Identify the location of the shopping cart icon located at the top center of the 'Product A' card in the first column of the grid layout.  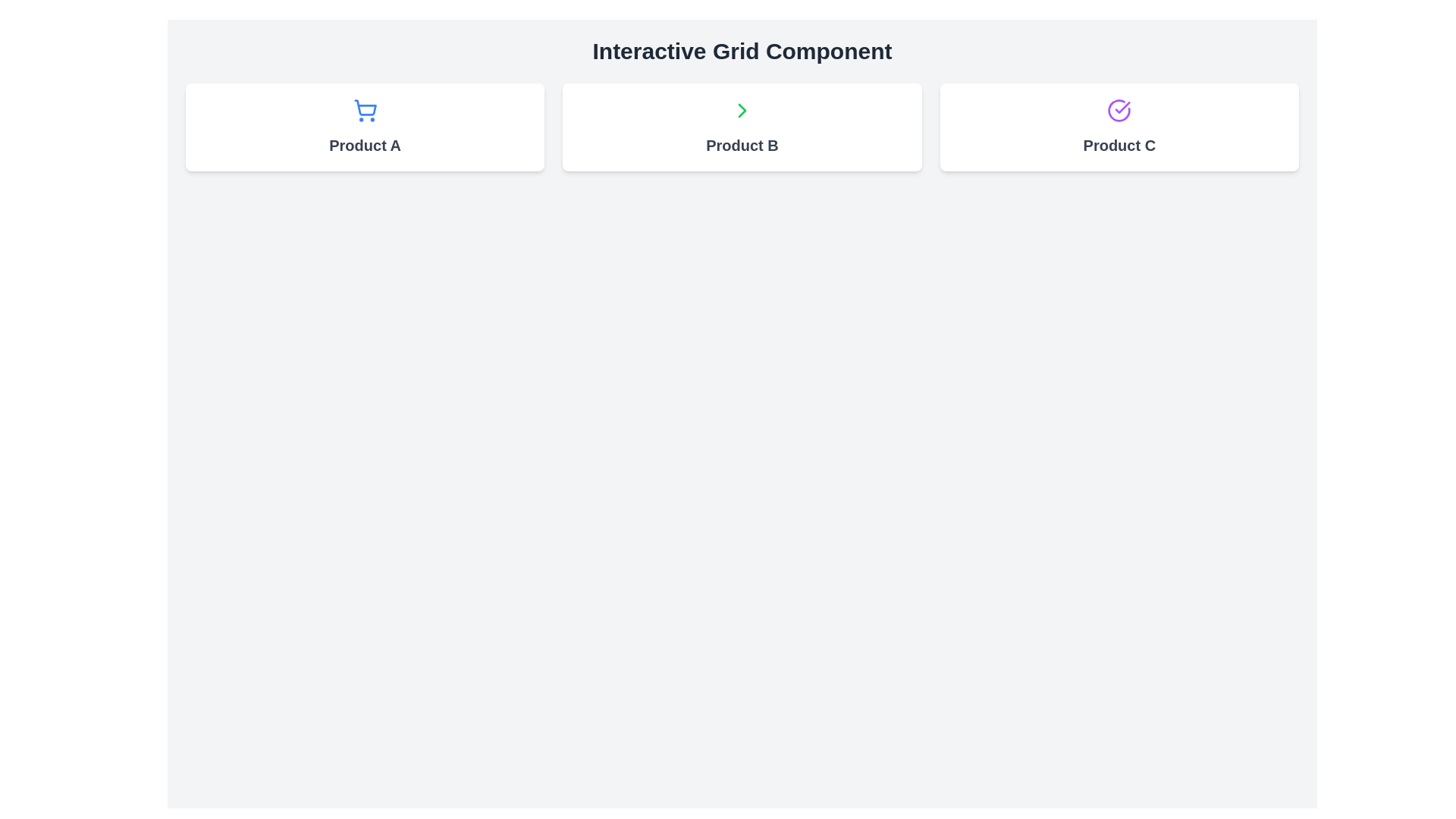
(365, 110).